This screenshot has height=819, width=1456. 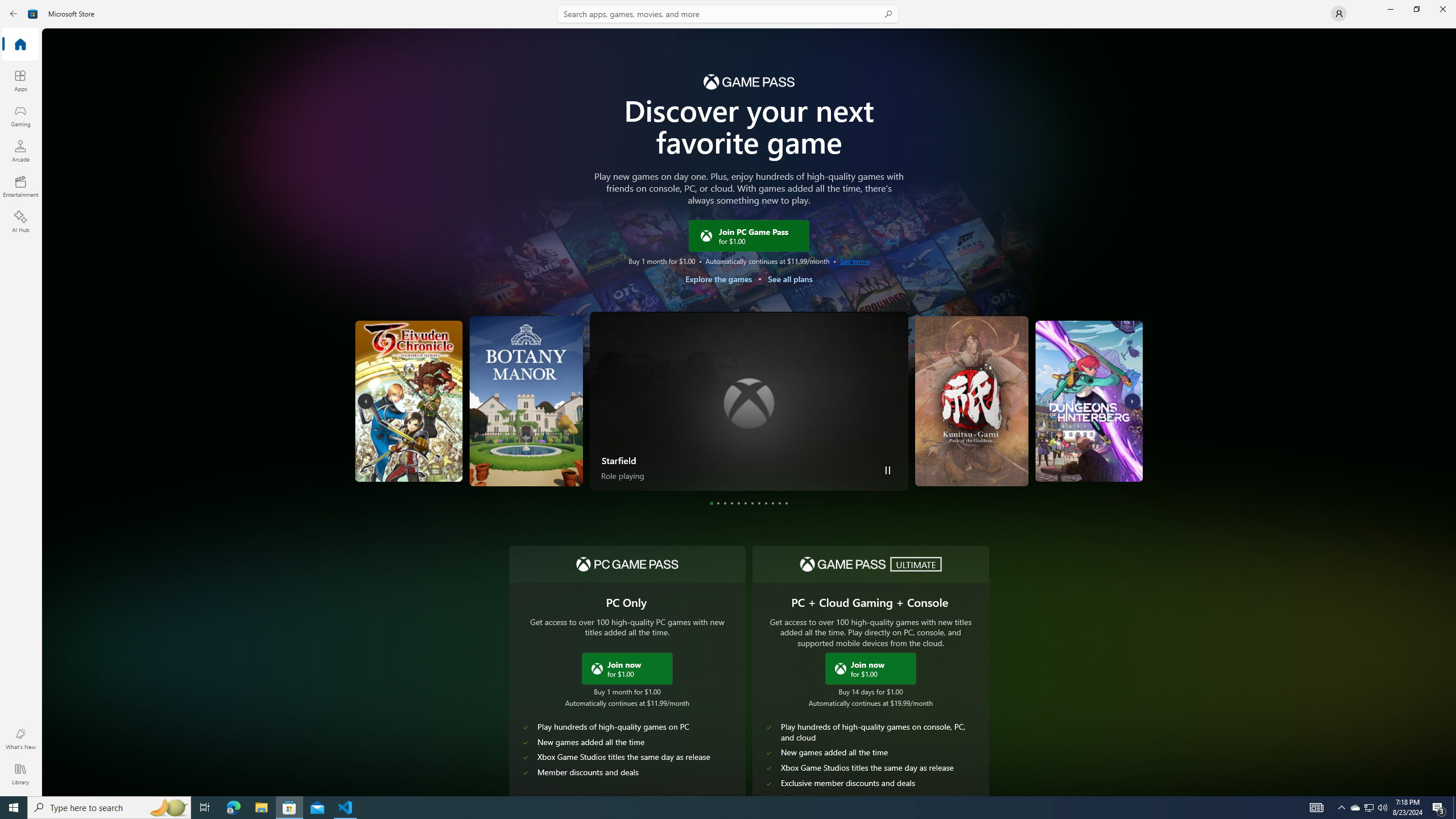 I want to click on 'Search', so click(x=728, y=13).